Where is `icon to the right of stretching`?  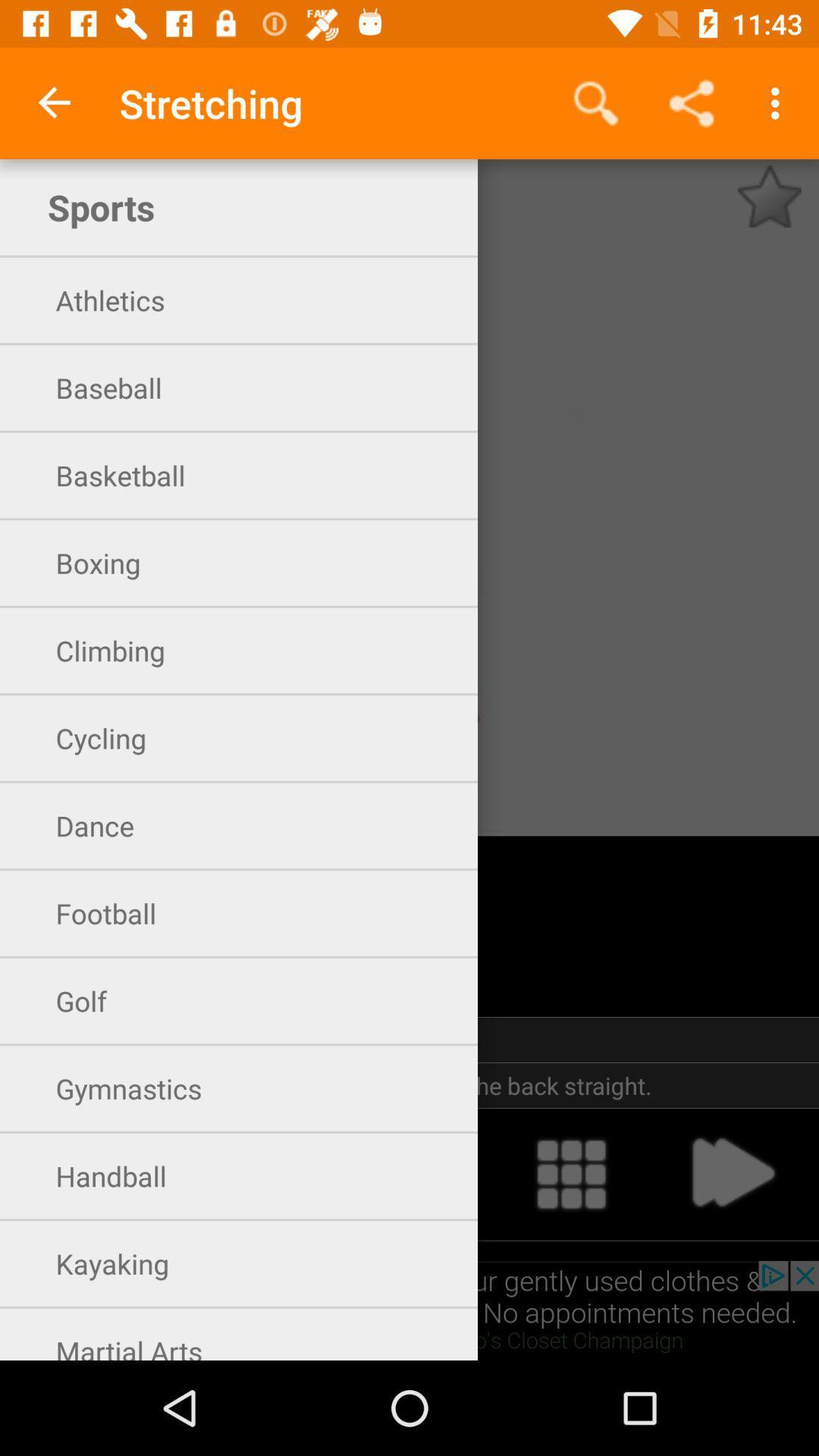 icon to the right of stretching is located at coordinates (595, 102).